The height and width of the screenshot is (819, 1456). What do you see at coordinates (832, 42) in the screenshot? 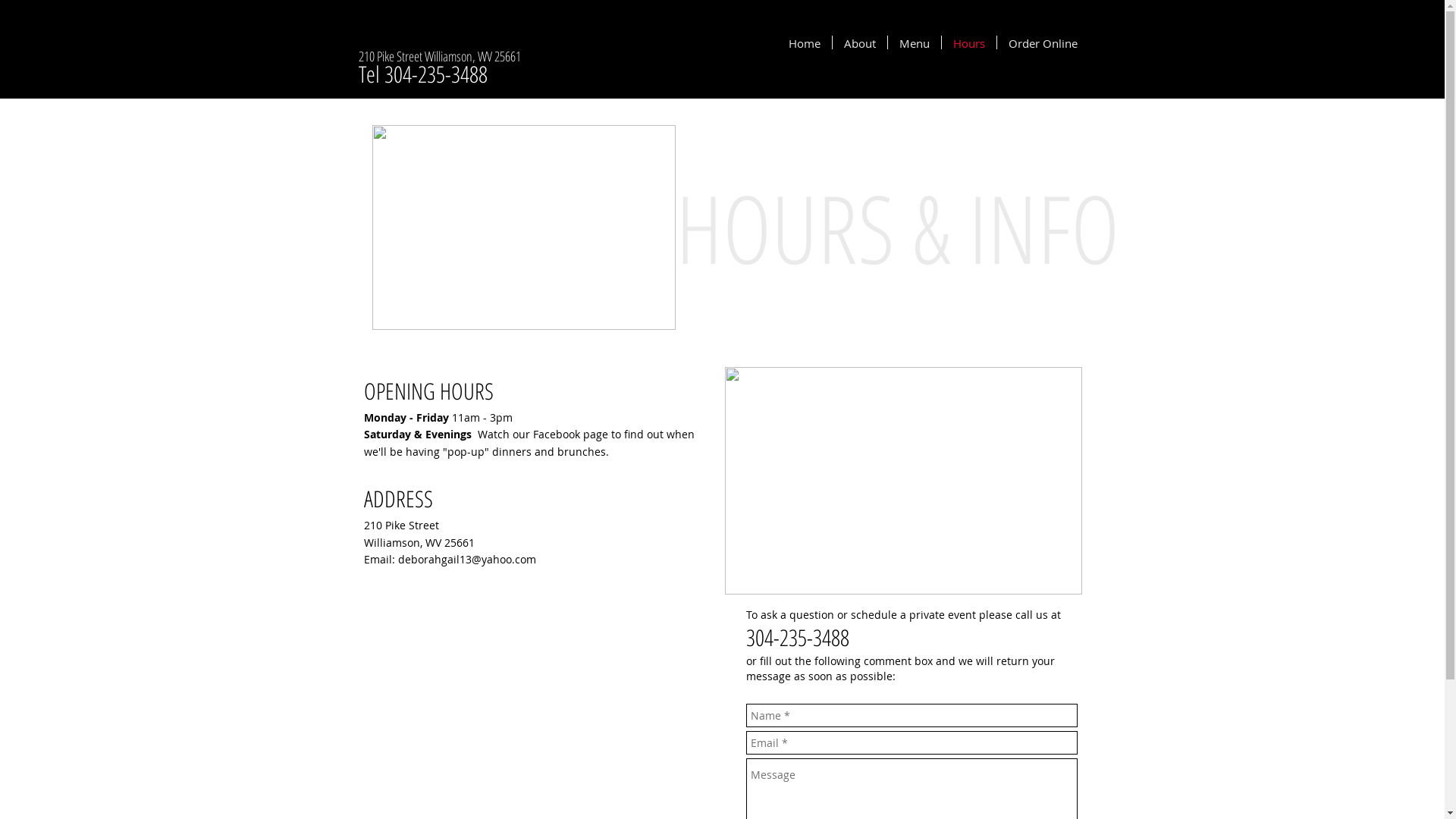
I see `'About'` at bounding box center [832, 42].